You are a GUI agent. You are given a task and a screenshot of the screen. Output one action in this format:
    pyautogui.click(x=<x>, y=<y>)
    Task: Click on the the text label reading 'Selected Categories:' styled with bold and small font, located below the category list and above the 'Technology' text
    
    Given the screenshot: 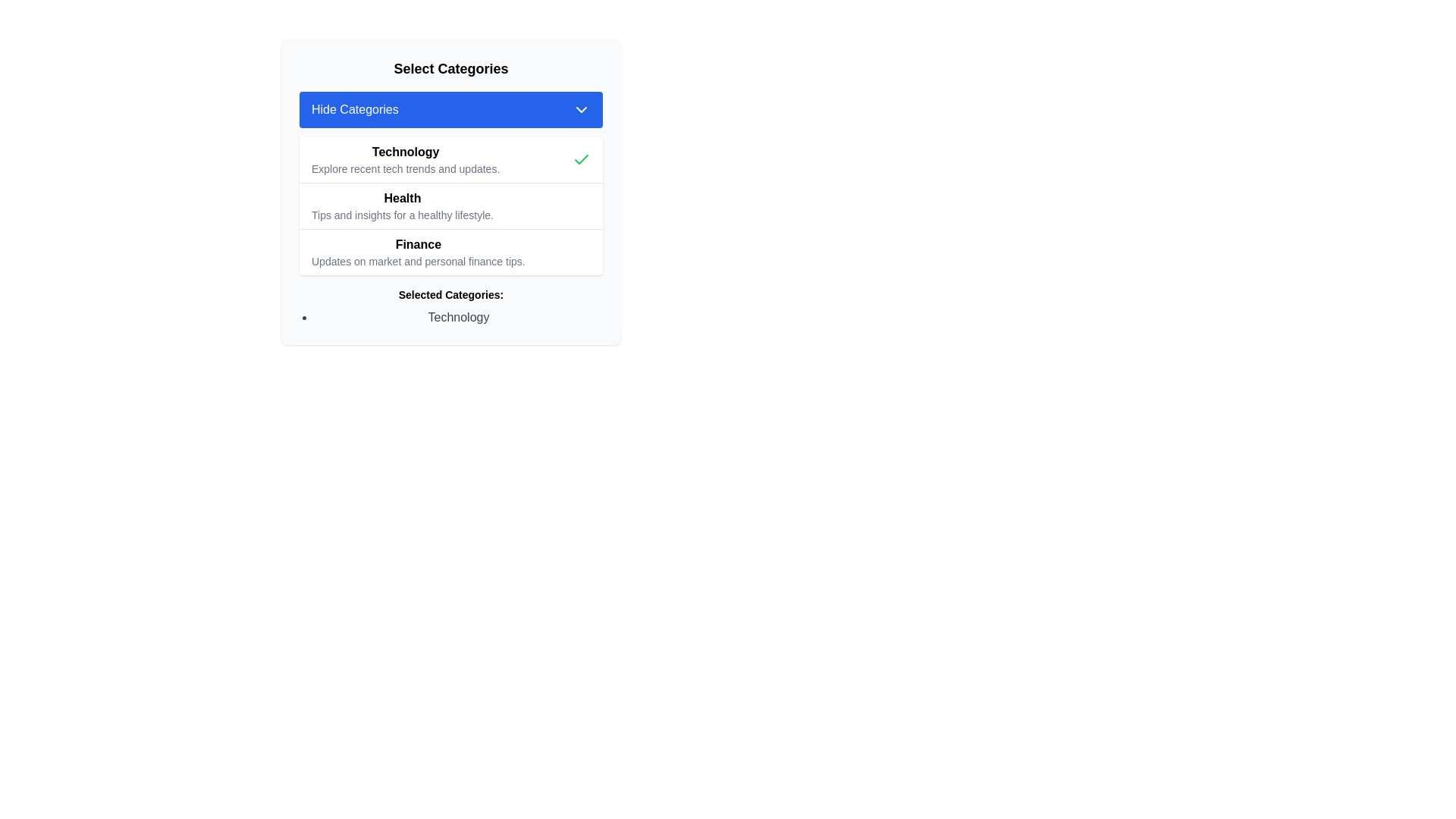 What is the action you would take?
    pyautogui.click(x=450, y=295)
    